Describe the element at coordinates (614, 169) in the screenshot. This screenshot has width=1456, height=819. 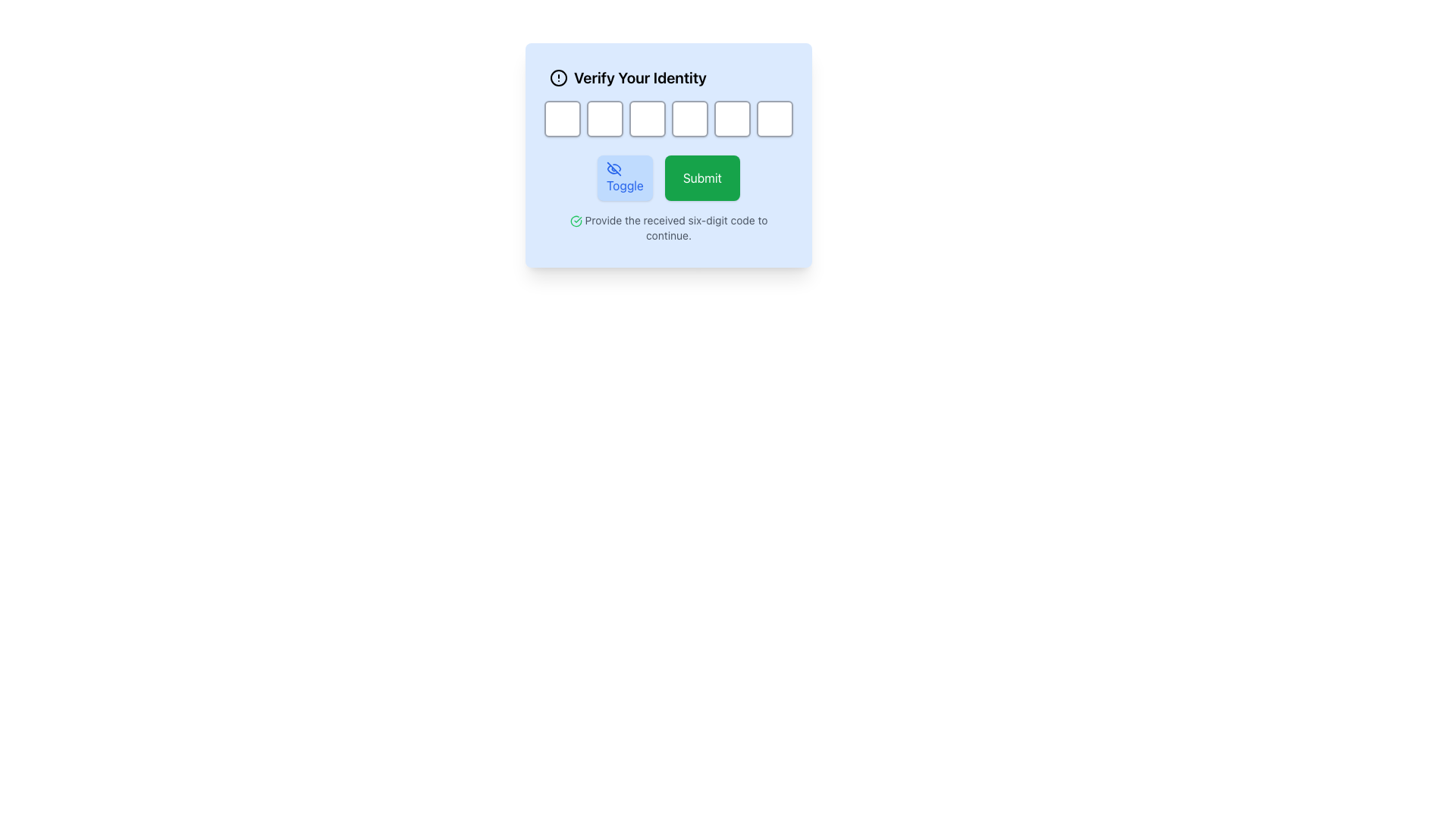
I see `the leftmost icon within the rounded button labeled 'Toggle', which functions as a visibility toggle for sensitive input data` at that location.